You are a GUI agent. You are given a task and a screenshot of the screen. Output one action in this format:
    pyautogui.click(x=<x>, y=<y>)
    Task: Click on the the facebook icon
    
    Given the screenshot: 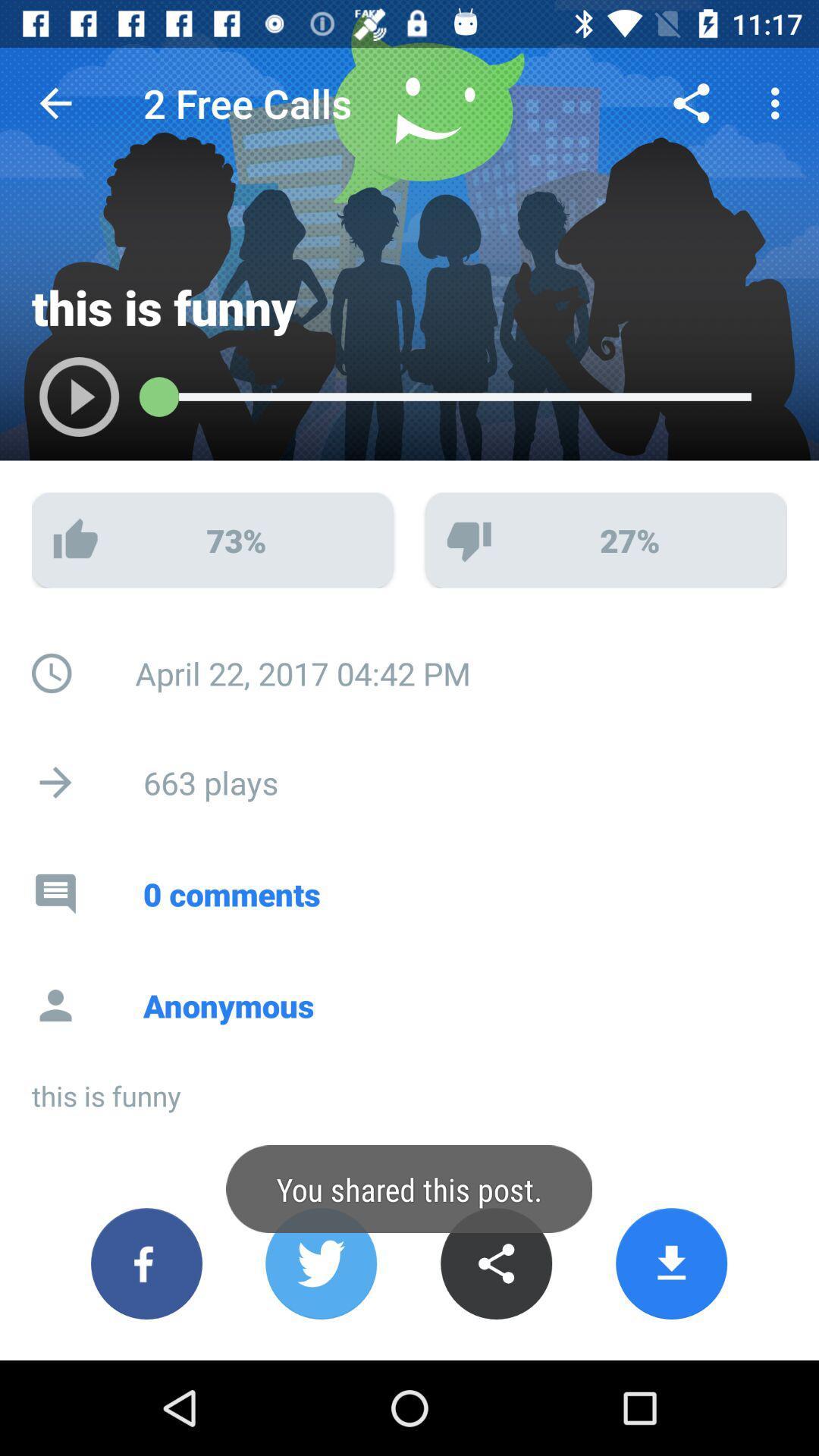 What is the action you would take?
    pyautogui.click(x=146, y=1263)
    